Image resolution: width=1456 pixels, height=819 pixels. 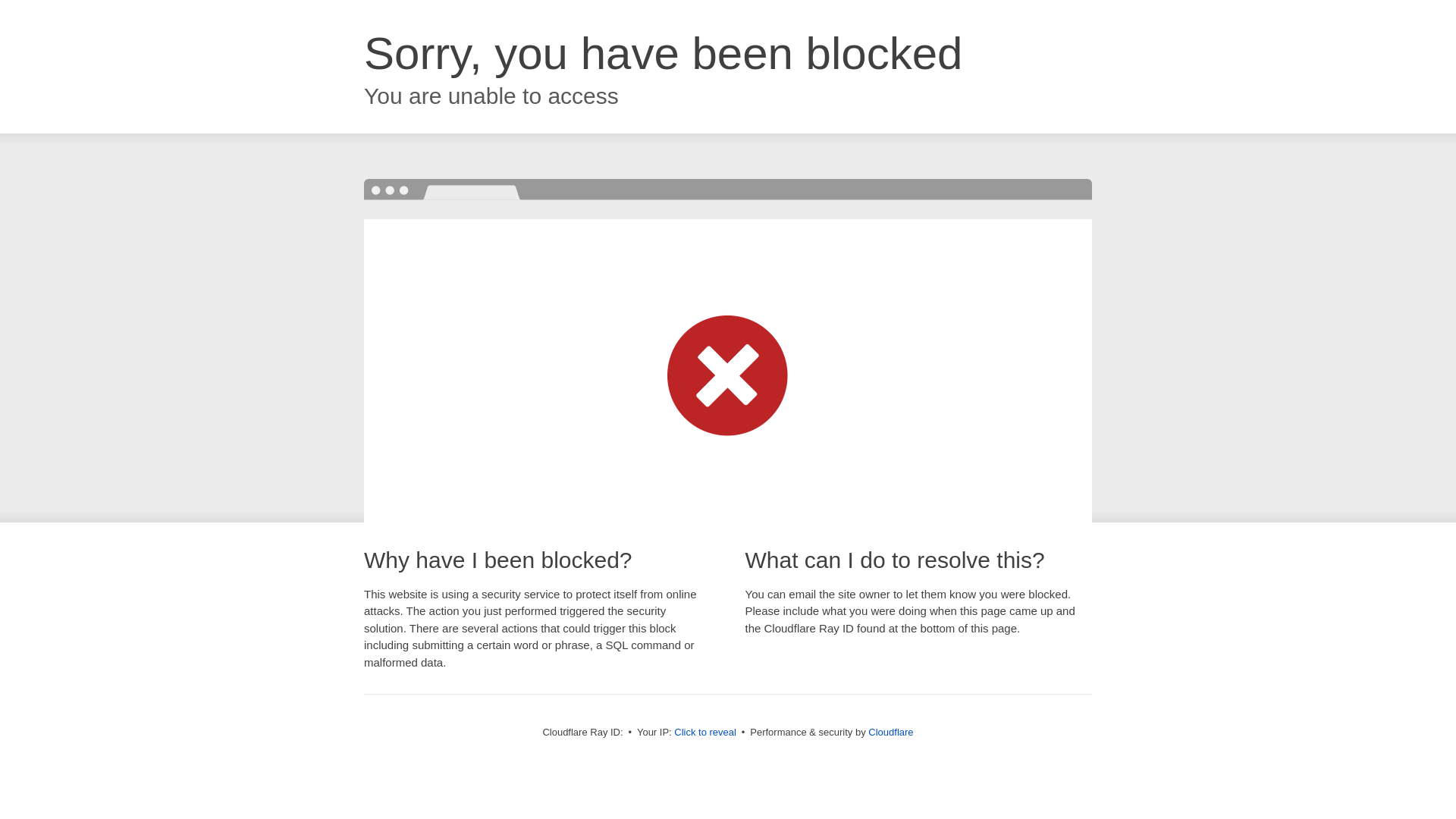 I want to click on 'Cloudflare', so click(x=890, y=731).